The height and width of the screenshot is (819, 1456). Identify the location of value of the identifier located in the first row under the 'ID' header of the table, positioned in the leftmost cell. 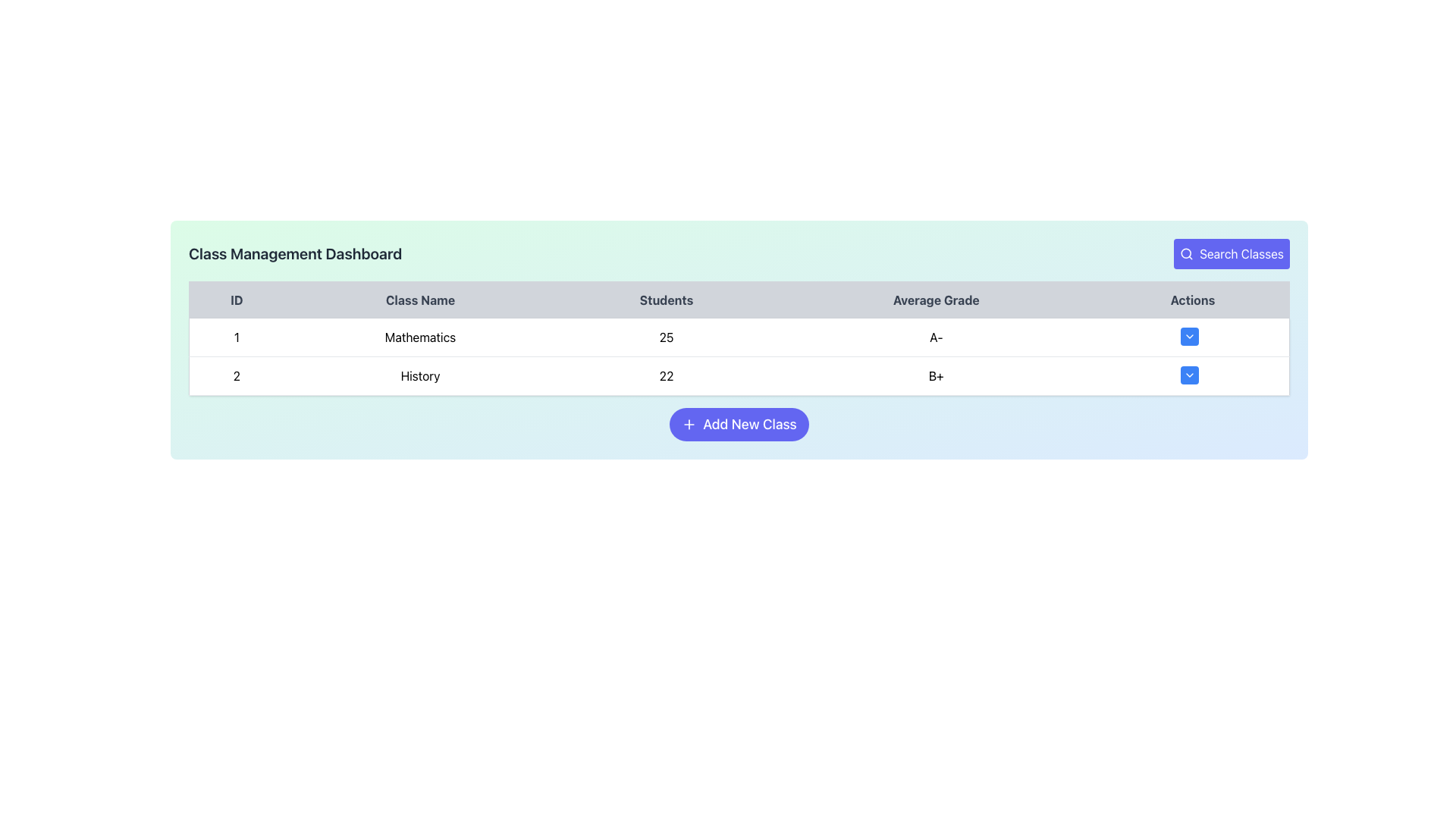
(236, 337).